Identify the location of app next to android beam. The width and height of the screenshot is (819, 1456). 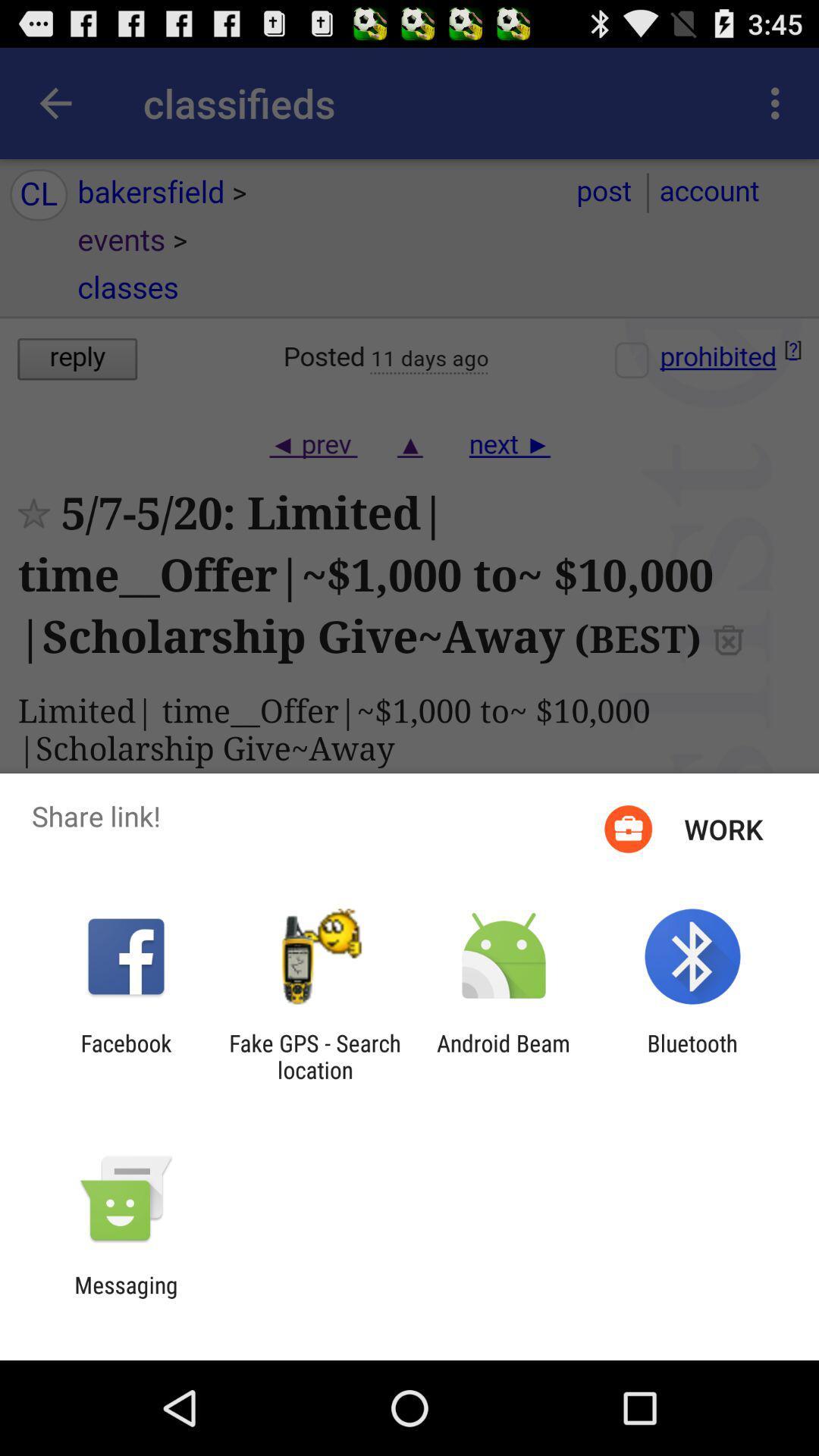
(314, 1056).